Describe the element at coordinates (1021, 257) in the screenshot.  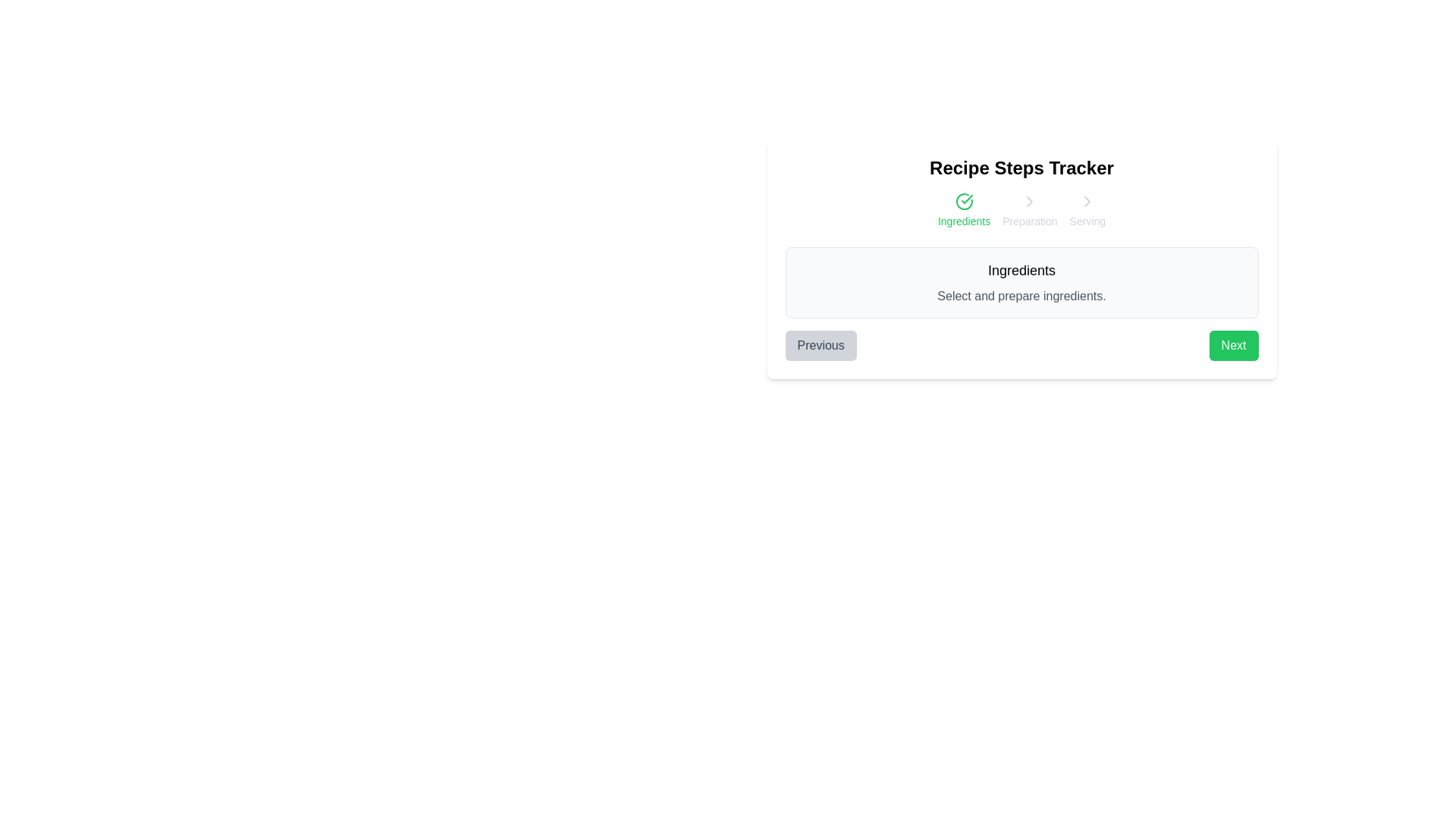
I see `the Card Component that represents a card interface for tracking steps in a recipe process` at that location.